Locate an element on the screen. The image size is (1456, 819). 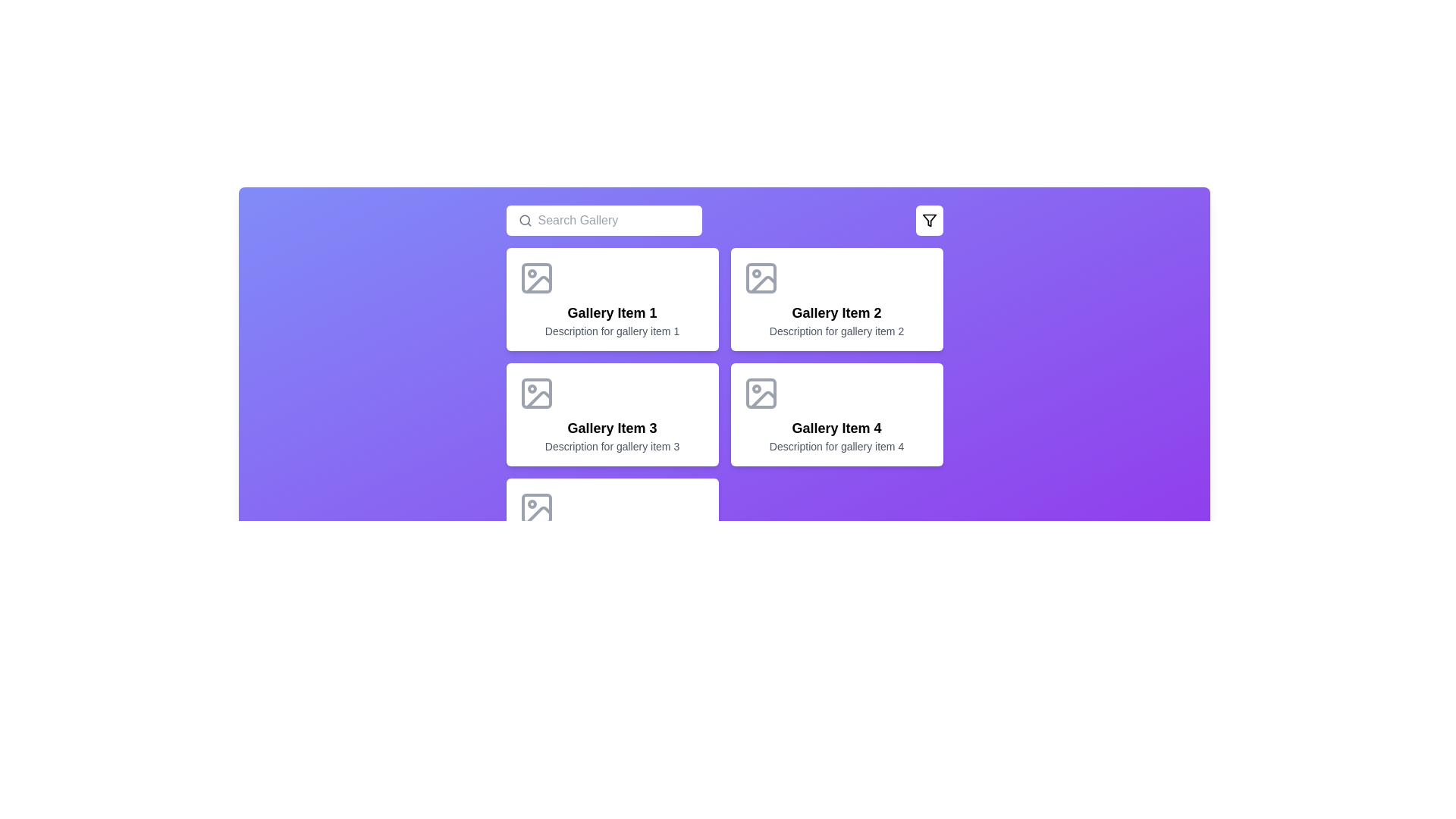
the card titled 'Gallery Item 2' to visually highlight it, which is styled with a white background and rounded corners, located at the top-right of the grid layout is located at coordinates (836, 299).